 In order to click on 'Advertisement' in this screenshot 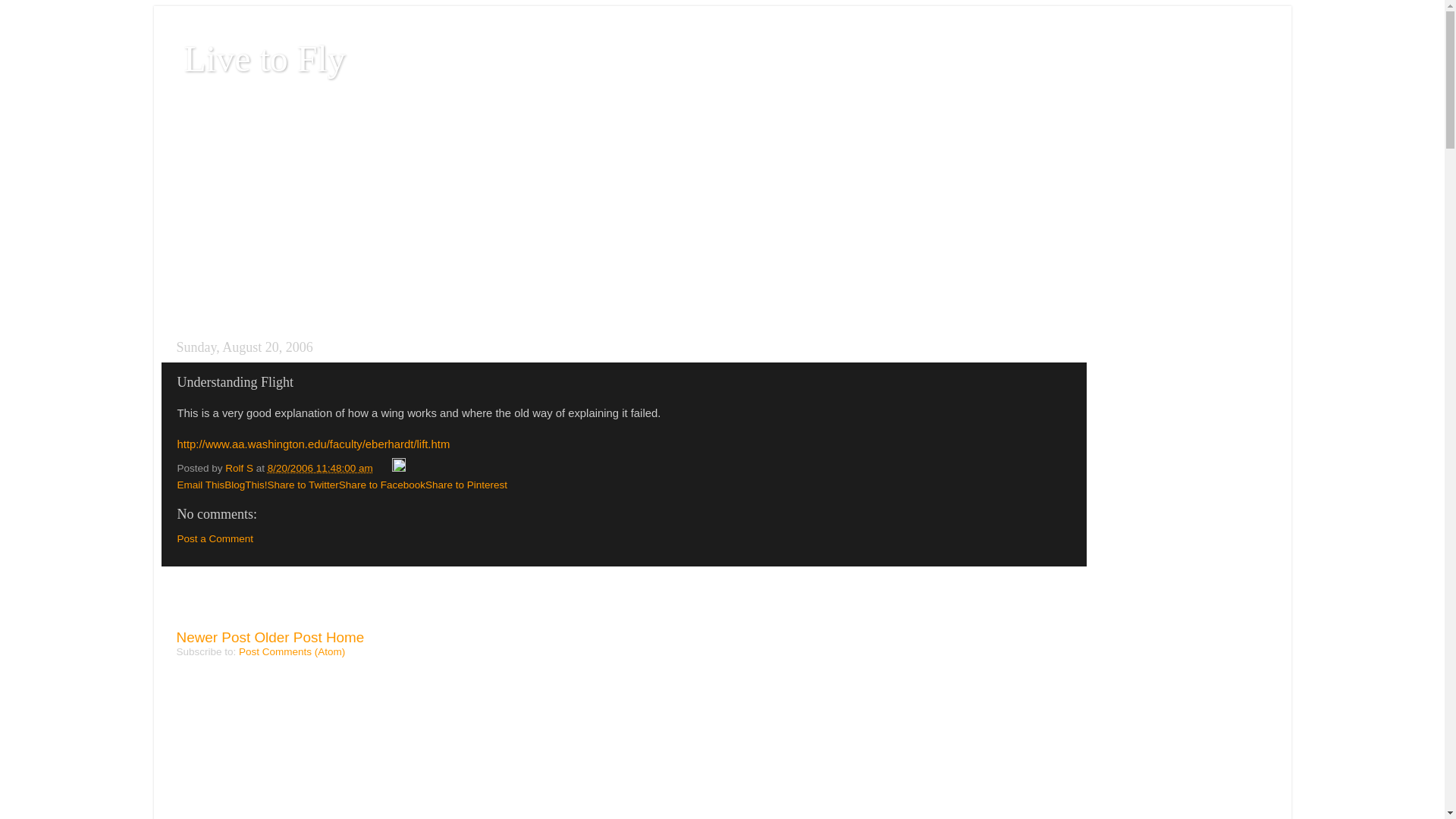, I will do `click(265, 604)`.